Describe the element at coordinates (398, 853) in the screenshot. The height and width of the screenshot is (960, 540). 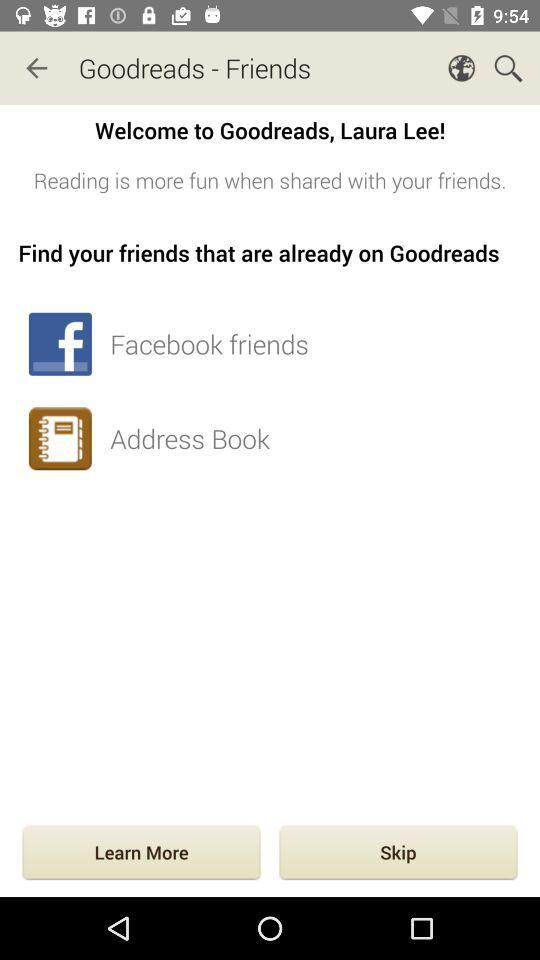
I see `the skip item` at that location.